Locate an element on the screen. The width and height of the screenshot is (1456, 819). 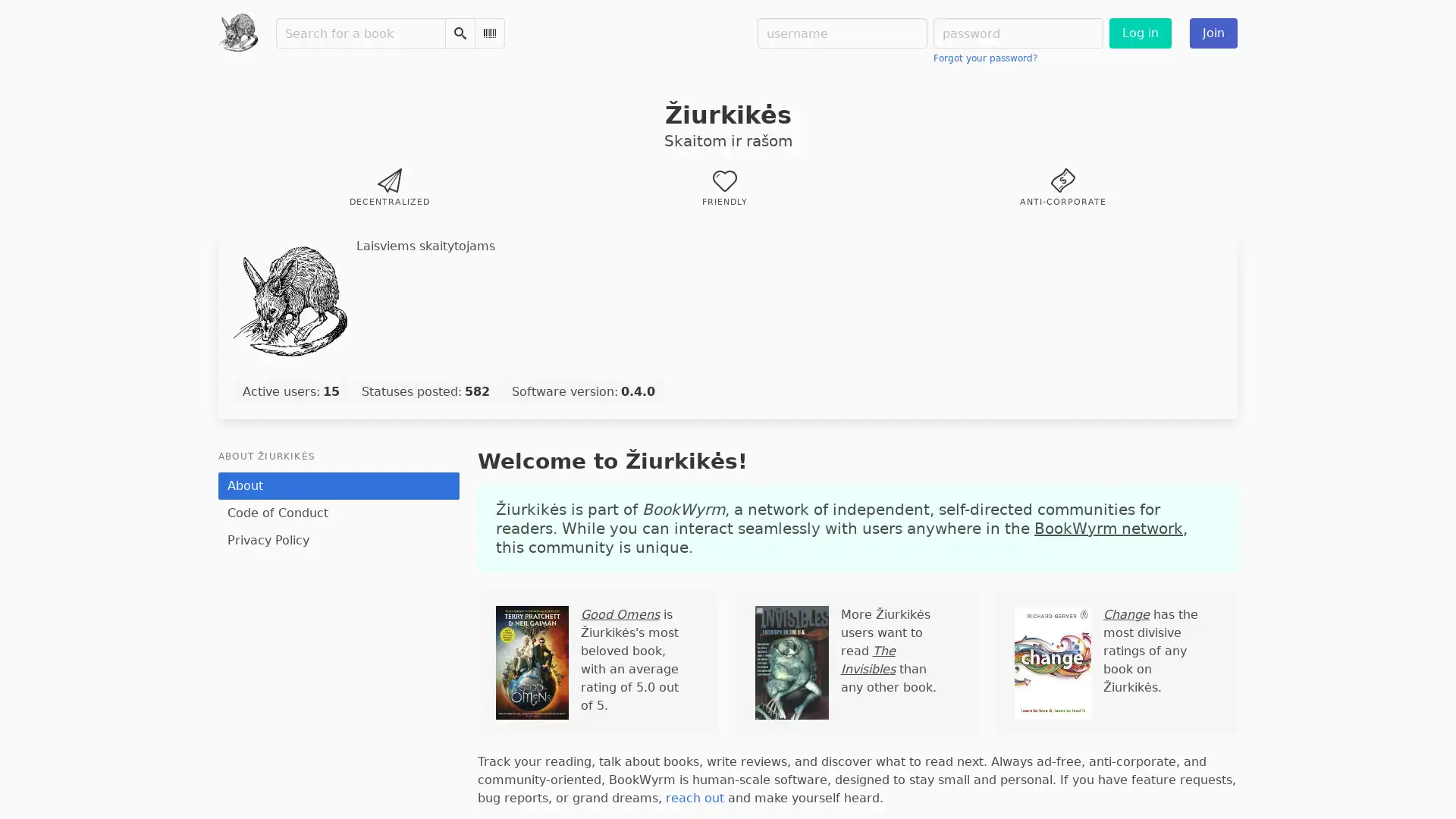
Search is located at coordinates (458, 33).